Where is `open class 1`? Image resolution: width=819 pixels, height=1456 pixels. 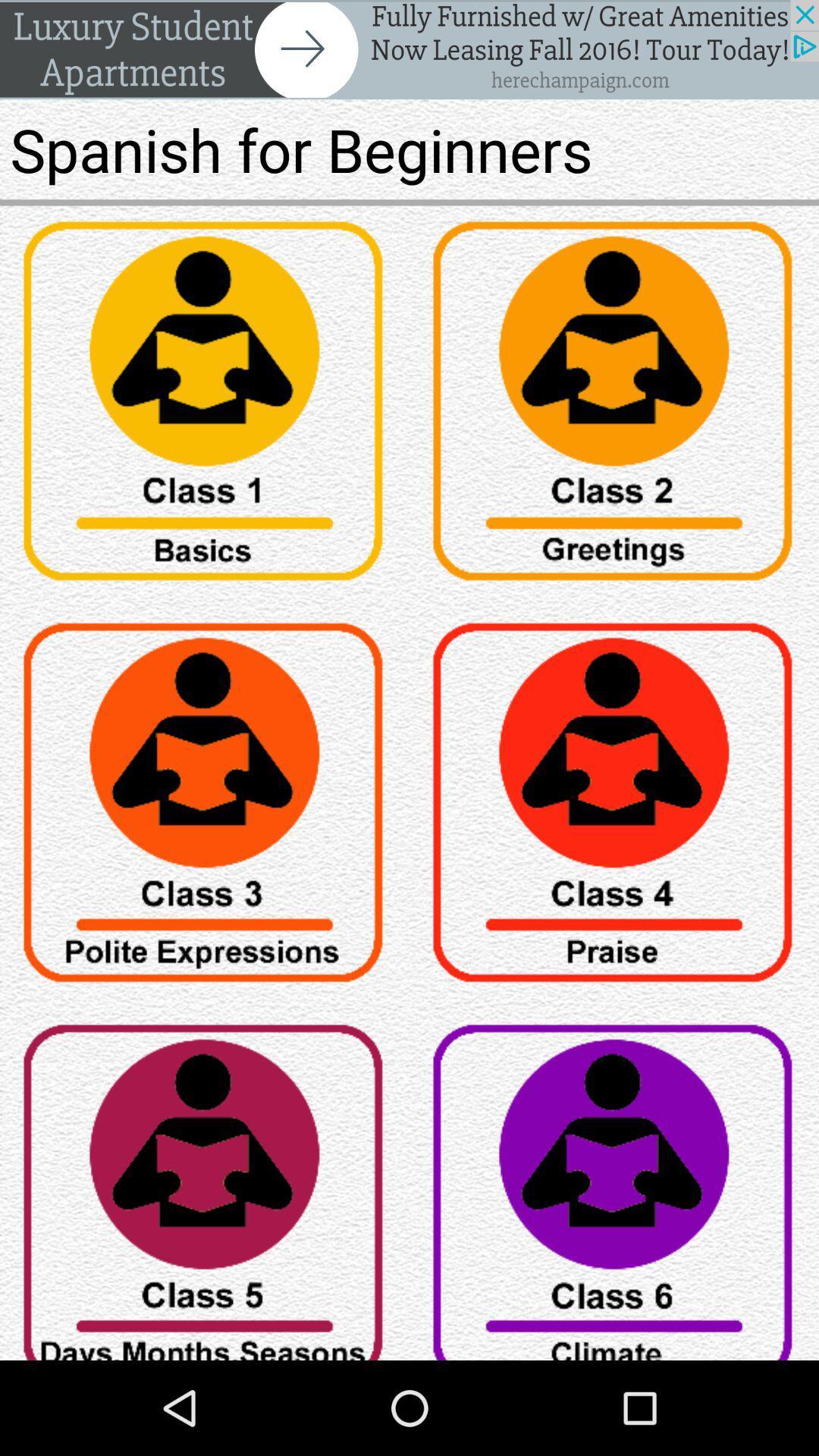
open class 1 is located at coordinates (205, 406).